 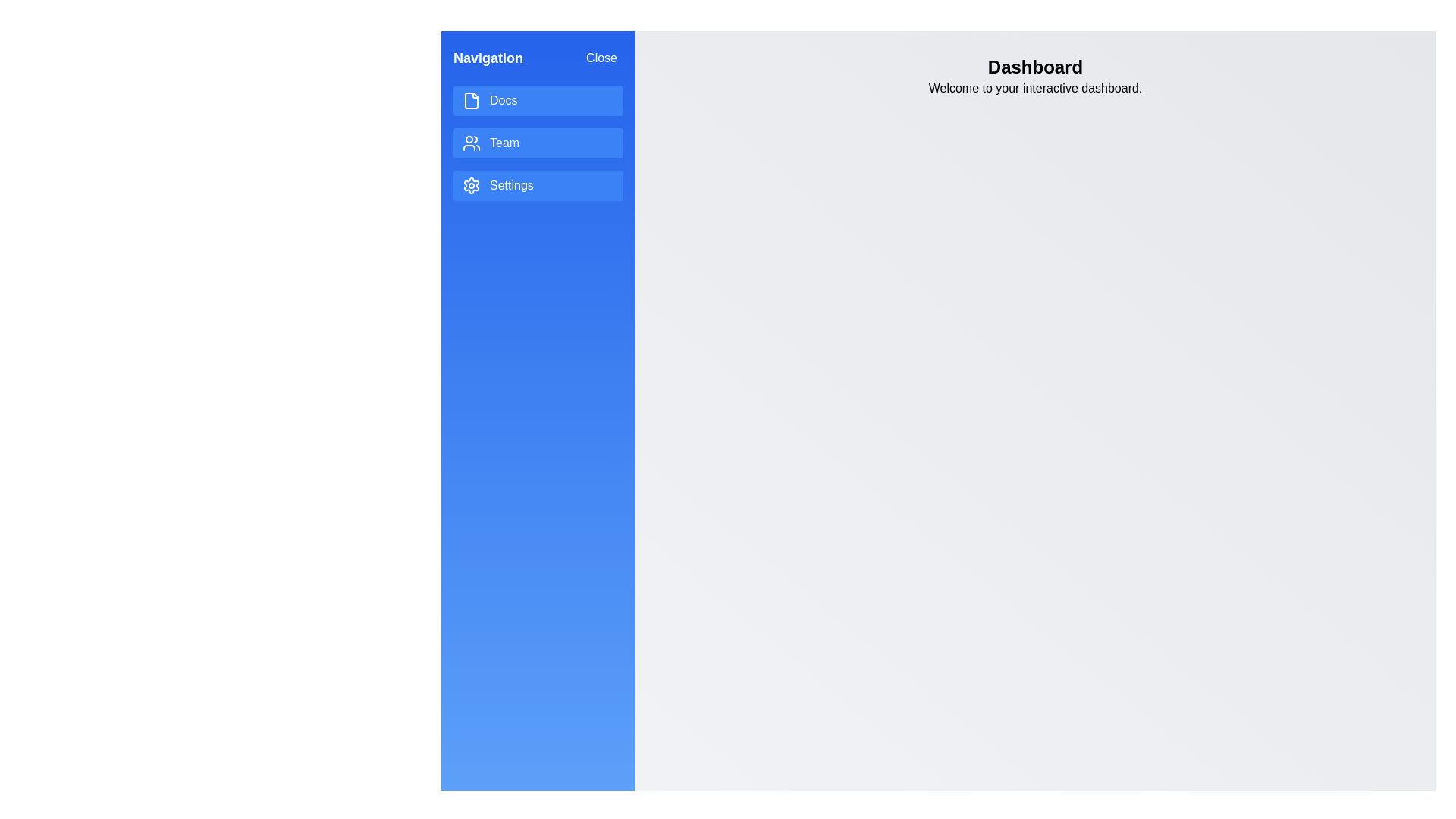 What do you see at coordinates (538, 100) in the screenshot?
I see `the menu item Docs to interact with it` at bounding box center [538, 100].